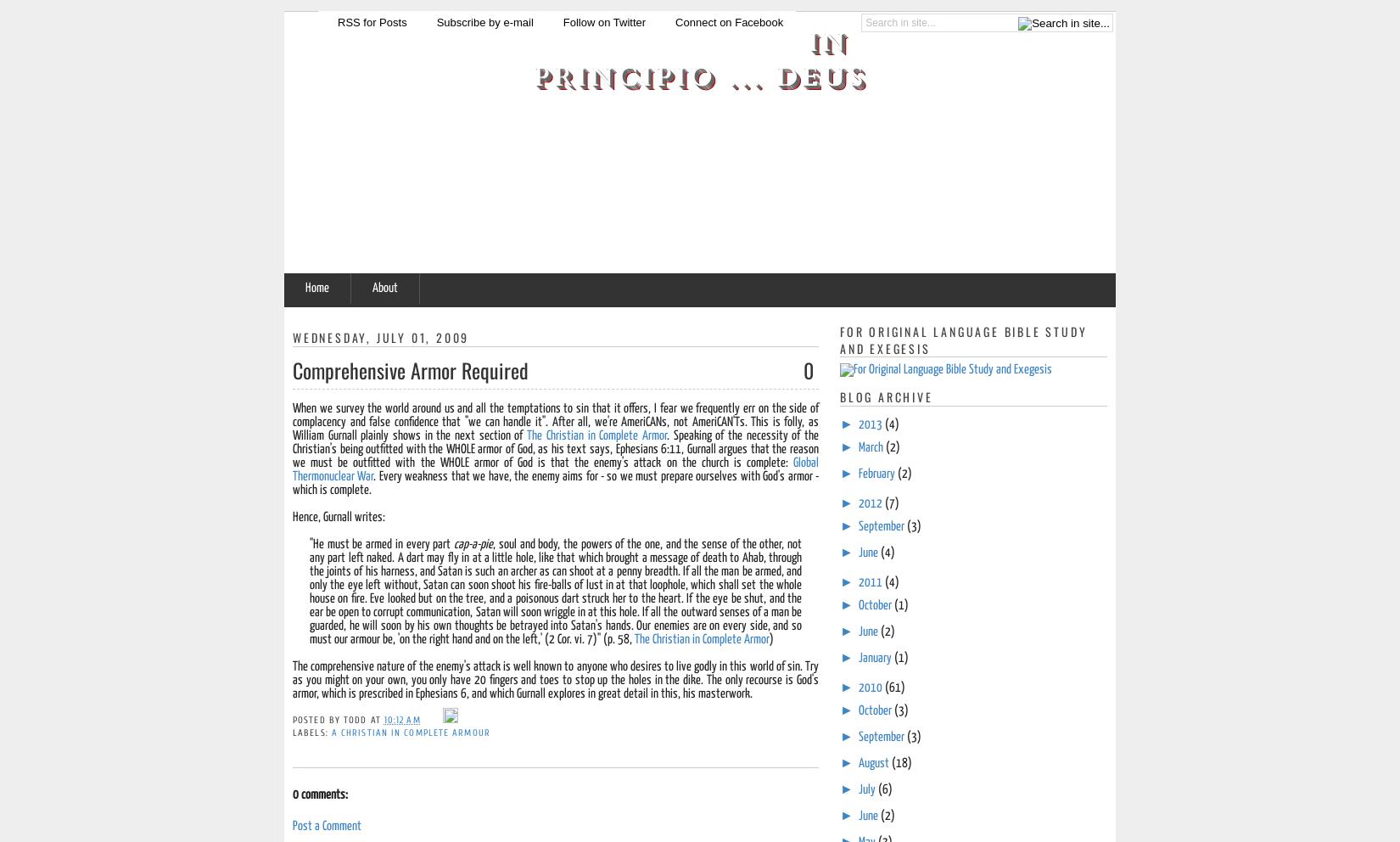 This screenshot has height=842, width=1400. Describe the element at coordinates (311, 732) in the screenshot. I see `'Labels:'` at that location.